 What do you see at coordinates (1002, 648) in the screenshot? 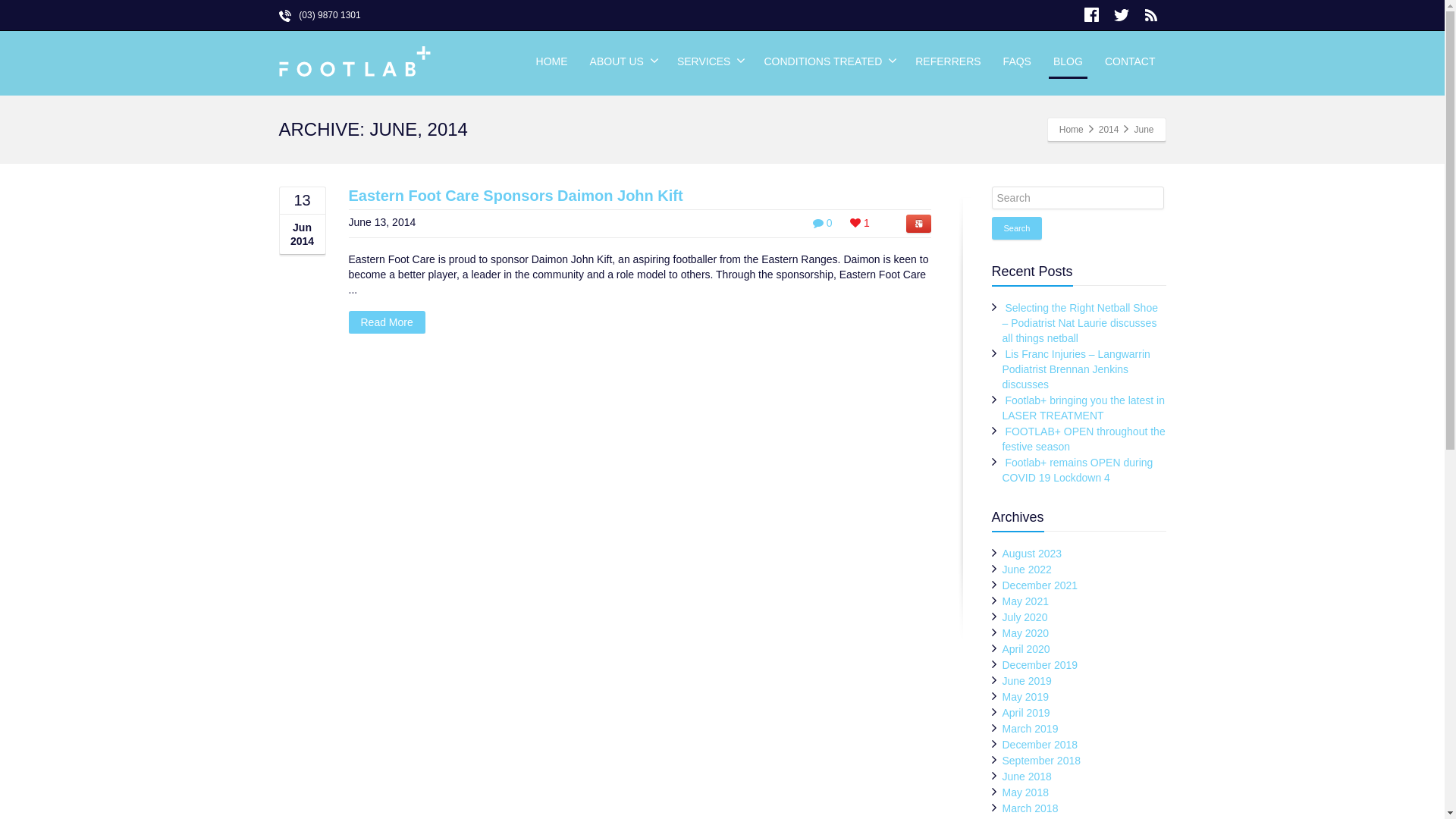
I see `'April 2020'` at bounding box center [1002, 648].